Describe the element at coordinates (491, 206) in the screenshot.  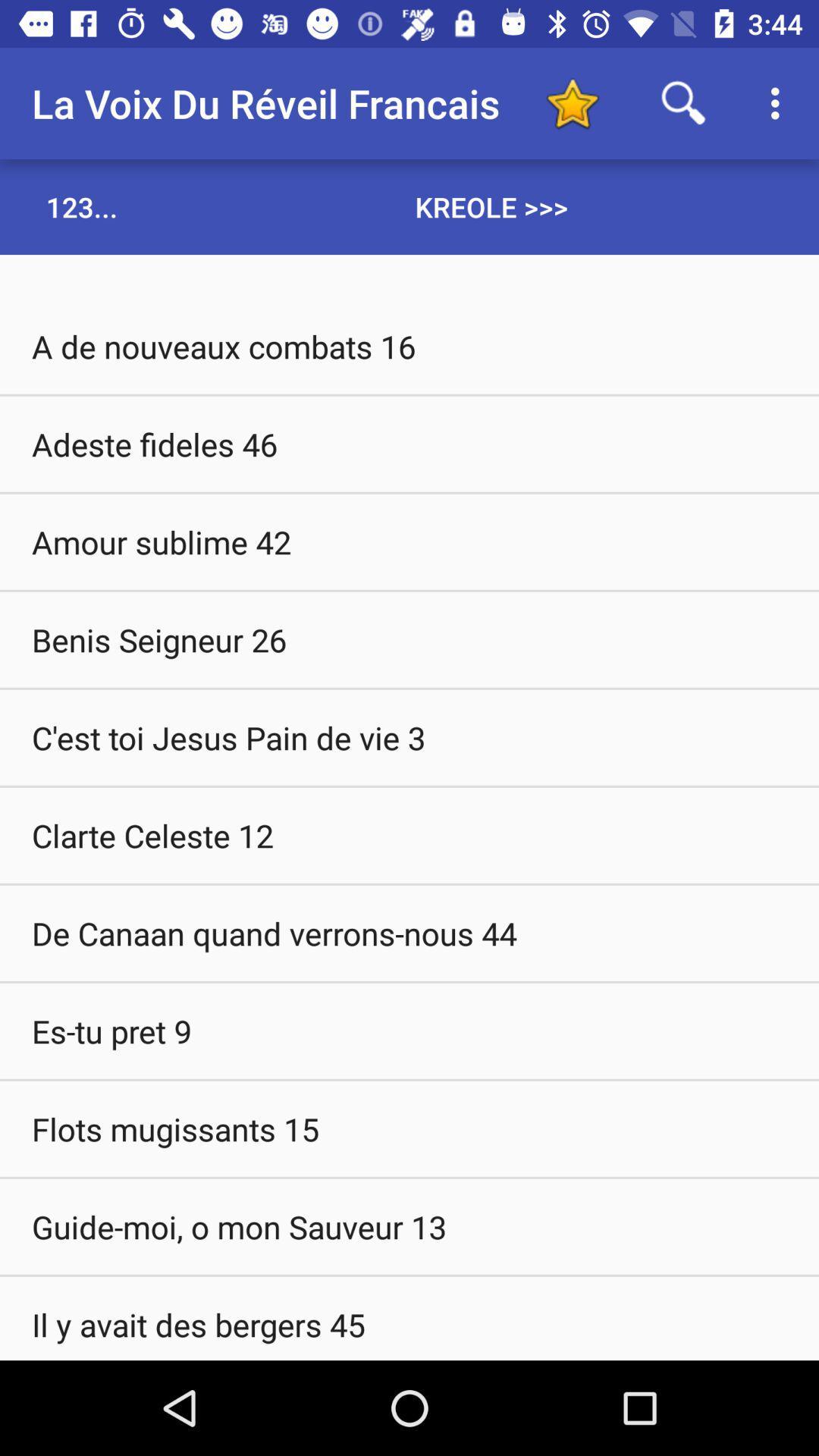
I see `the icon to the right of the 123...` at that location.